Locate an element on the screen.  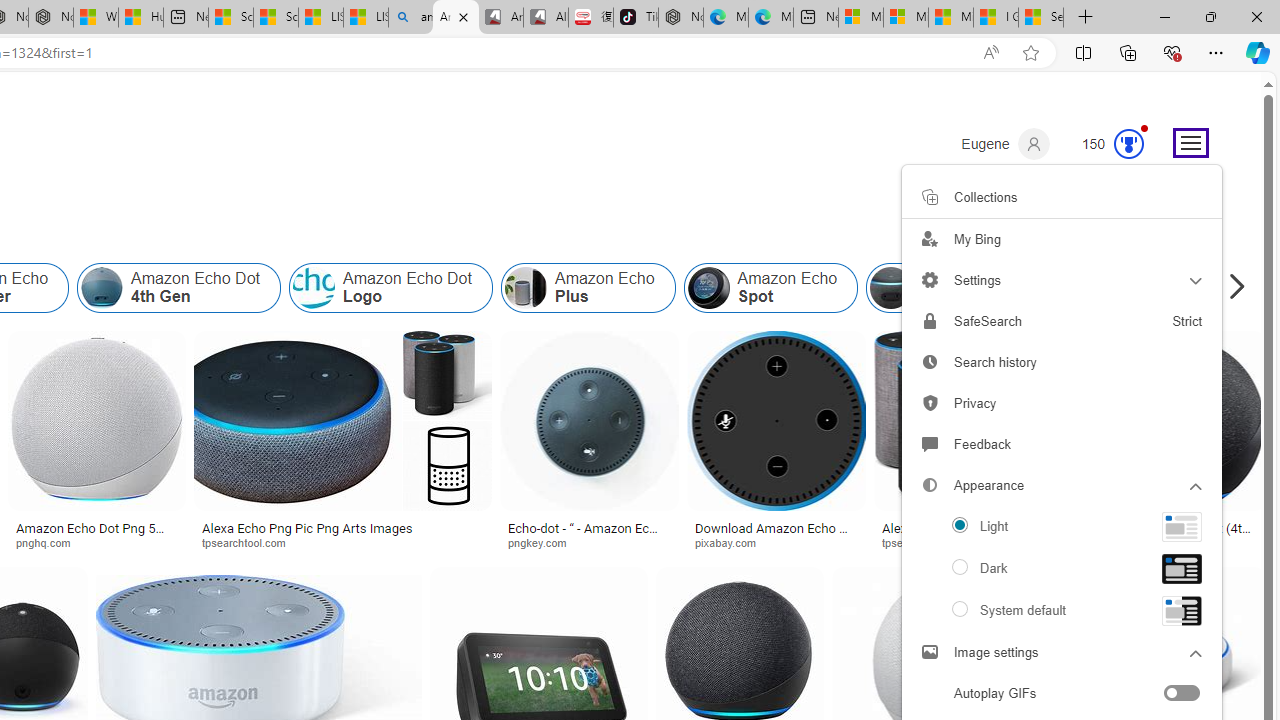
'SafeSearch Strict' is located at coordinates (1061, 320).